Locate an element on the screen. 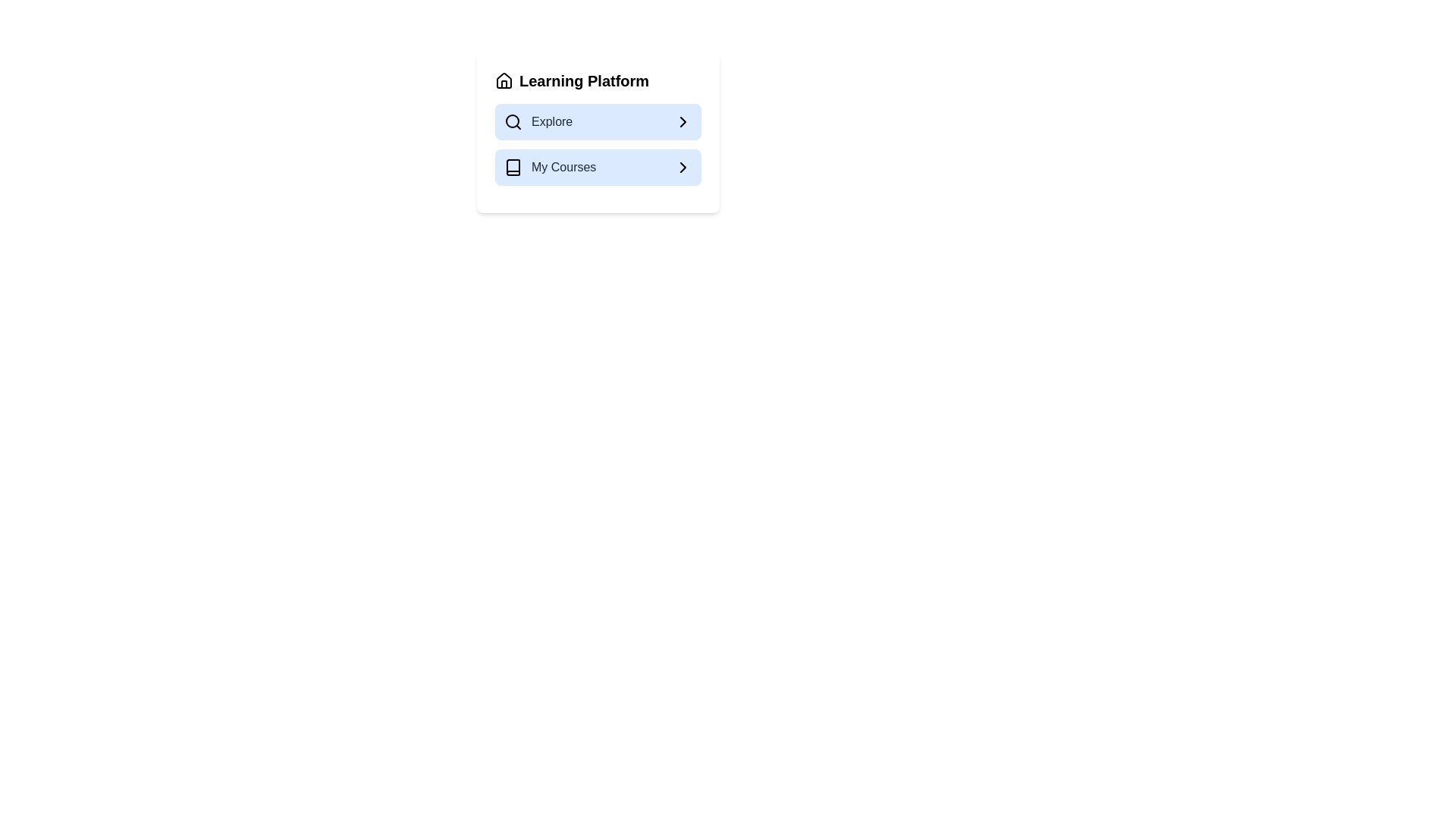 The width and height of the screenshot is (1456, 819). the central part of the book icon located within the 'My Courses' button in the menu area, which is the second option in the list is located at coordinates (513, 167).